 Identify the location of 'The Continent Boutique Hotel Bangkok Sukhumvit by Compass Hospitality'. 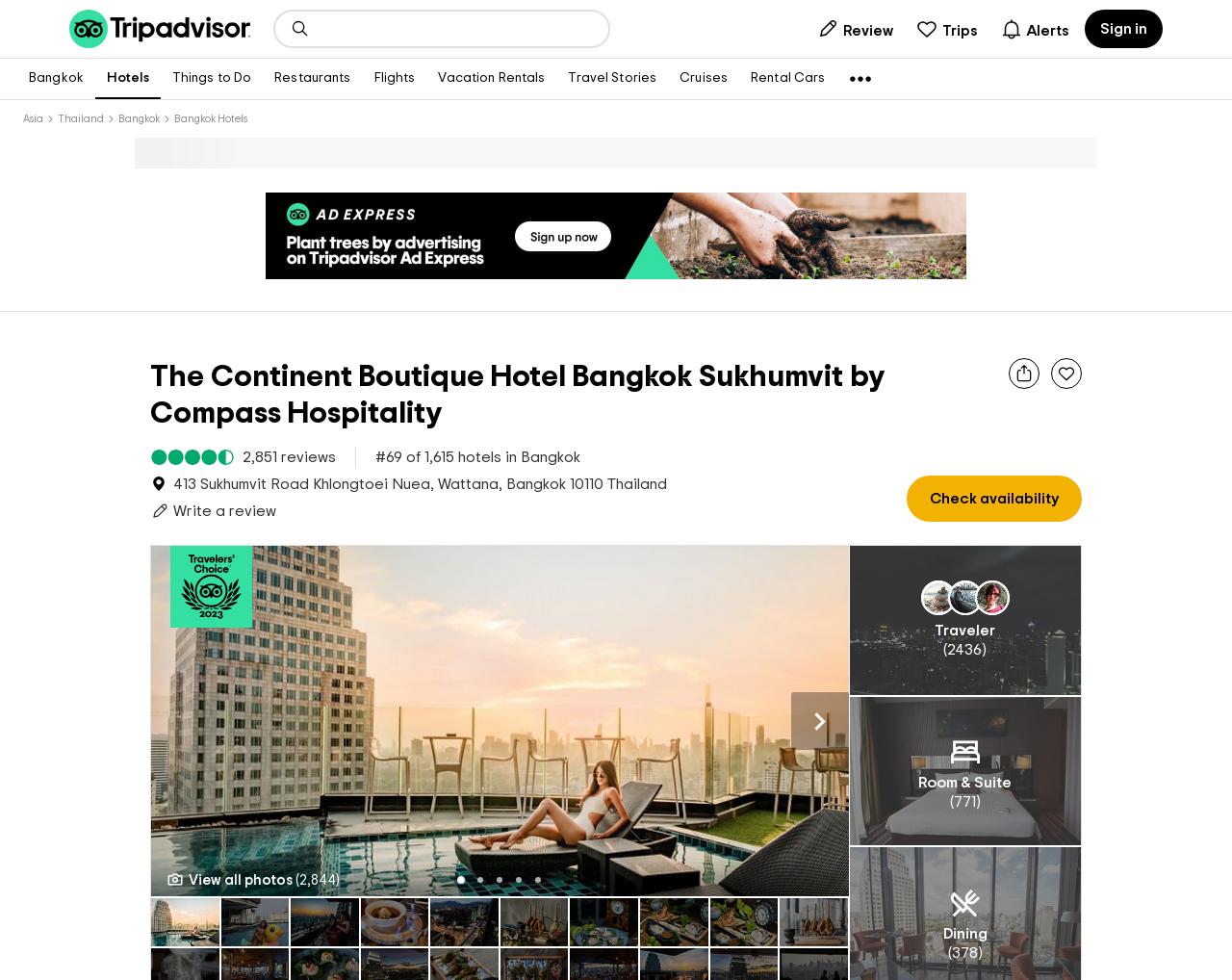
(517, 363).